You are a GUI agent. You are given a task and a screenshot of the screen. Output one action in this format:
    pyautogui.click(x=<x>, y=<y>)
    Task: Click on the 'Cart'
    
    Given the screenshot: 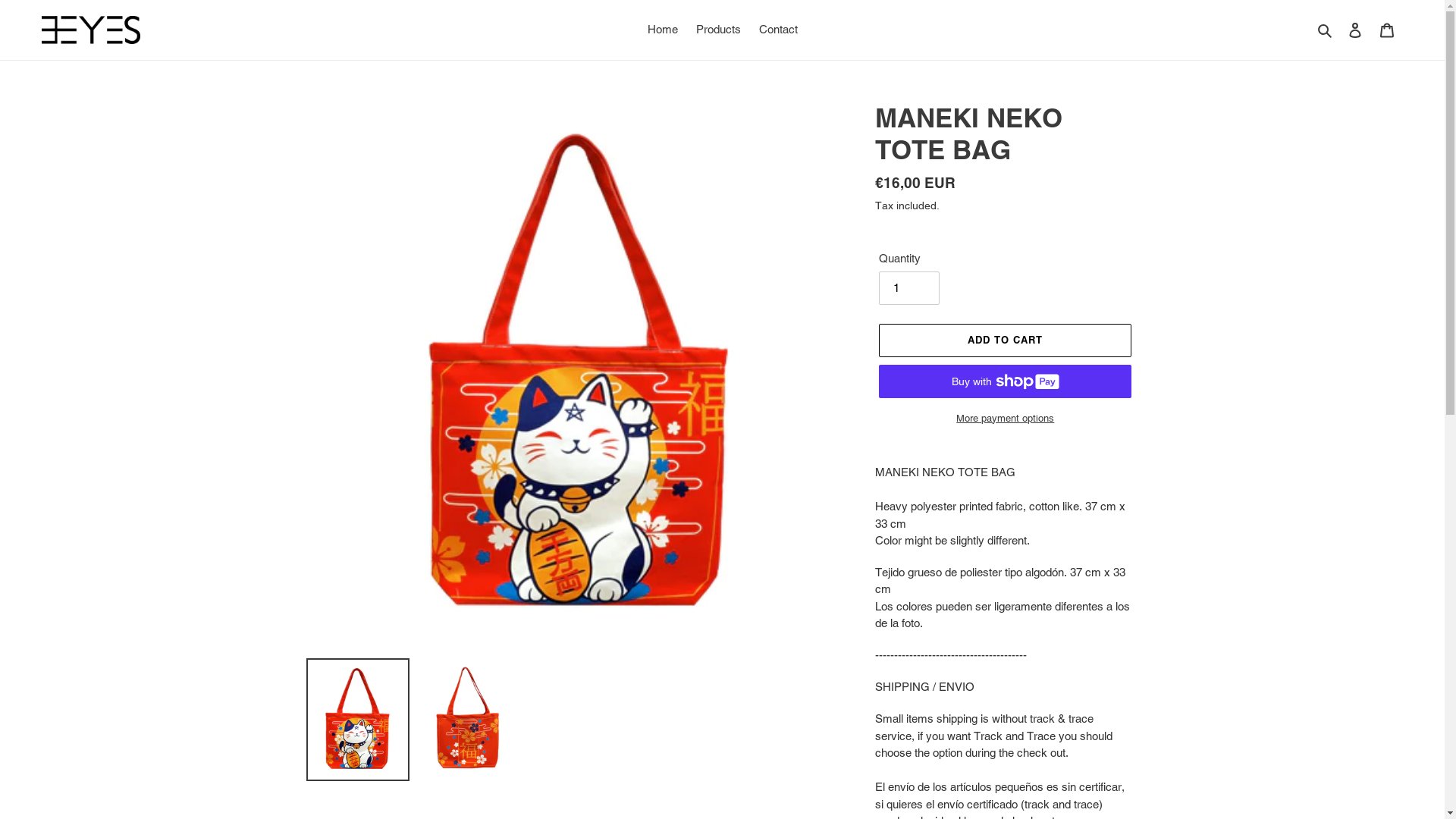 What is the action you would take?
    pyautogui.click(x=1386, y=30)
    